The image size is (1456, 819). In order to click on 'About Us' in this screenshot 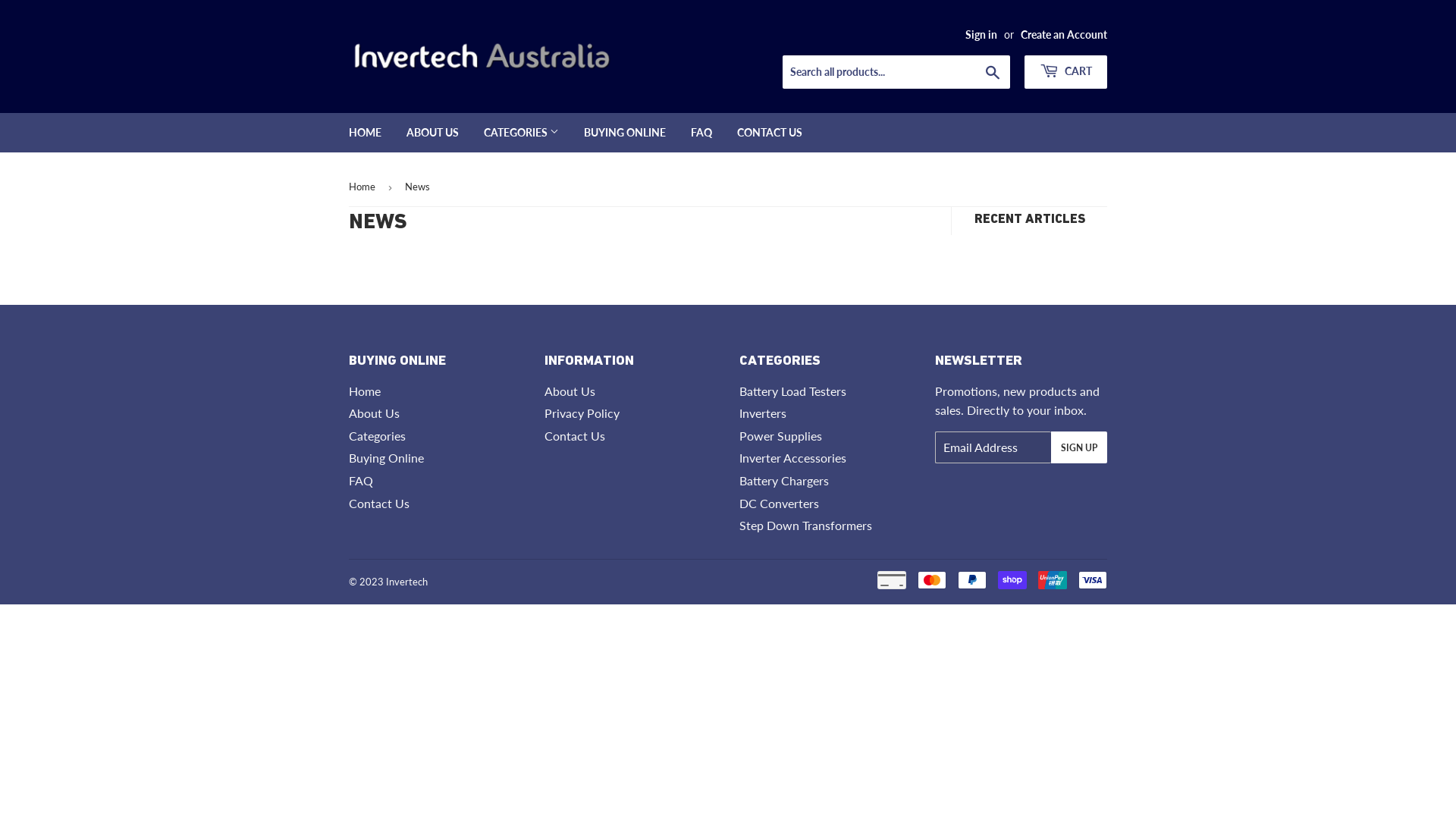, I will do `click(569, 390)`.